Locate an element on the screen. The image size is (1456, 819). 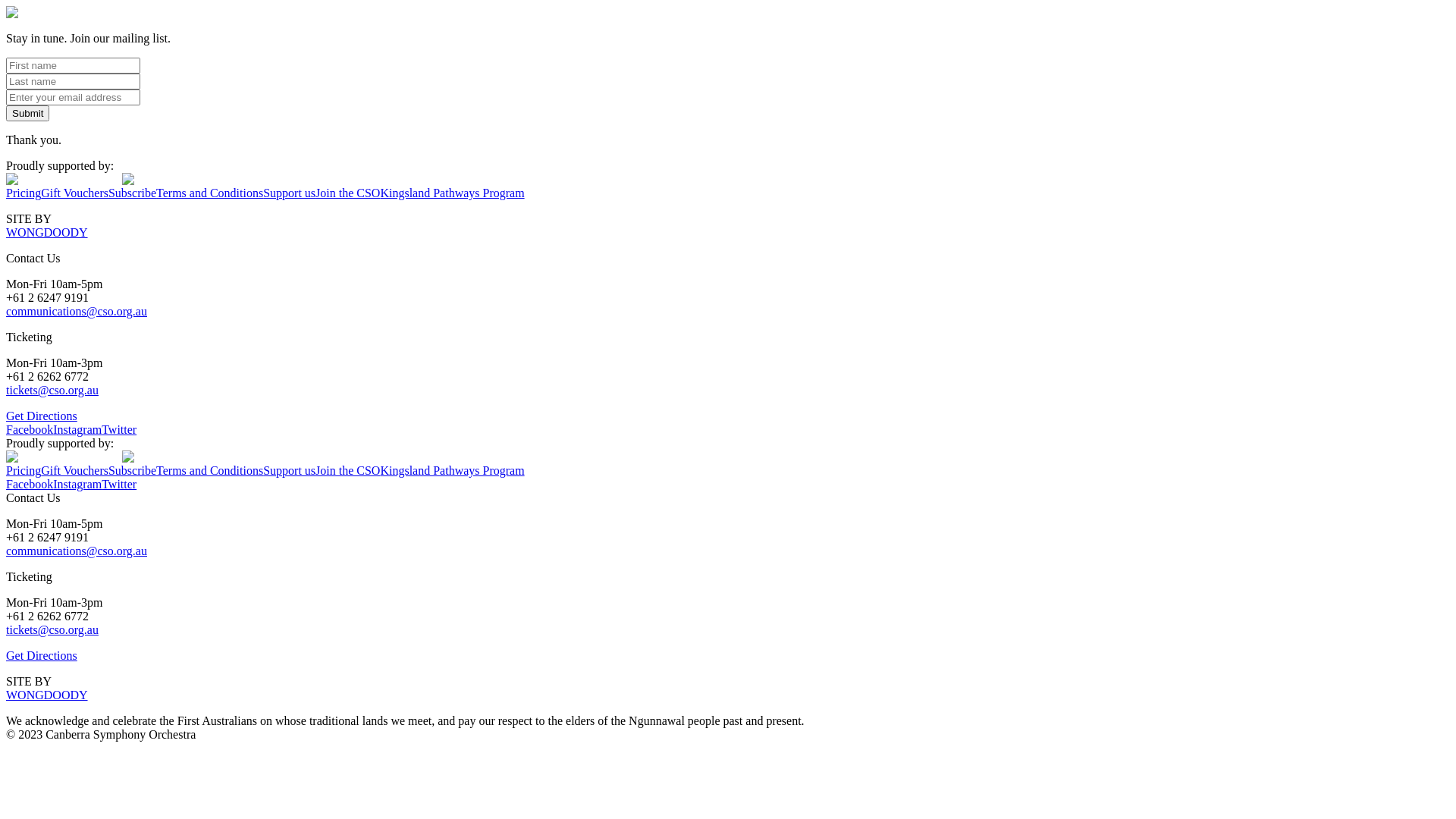
'Pricing' is located at coordinates (23, 469).